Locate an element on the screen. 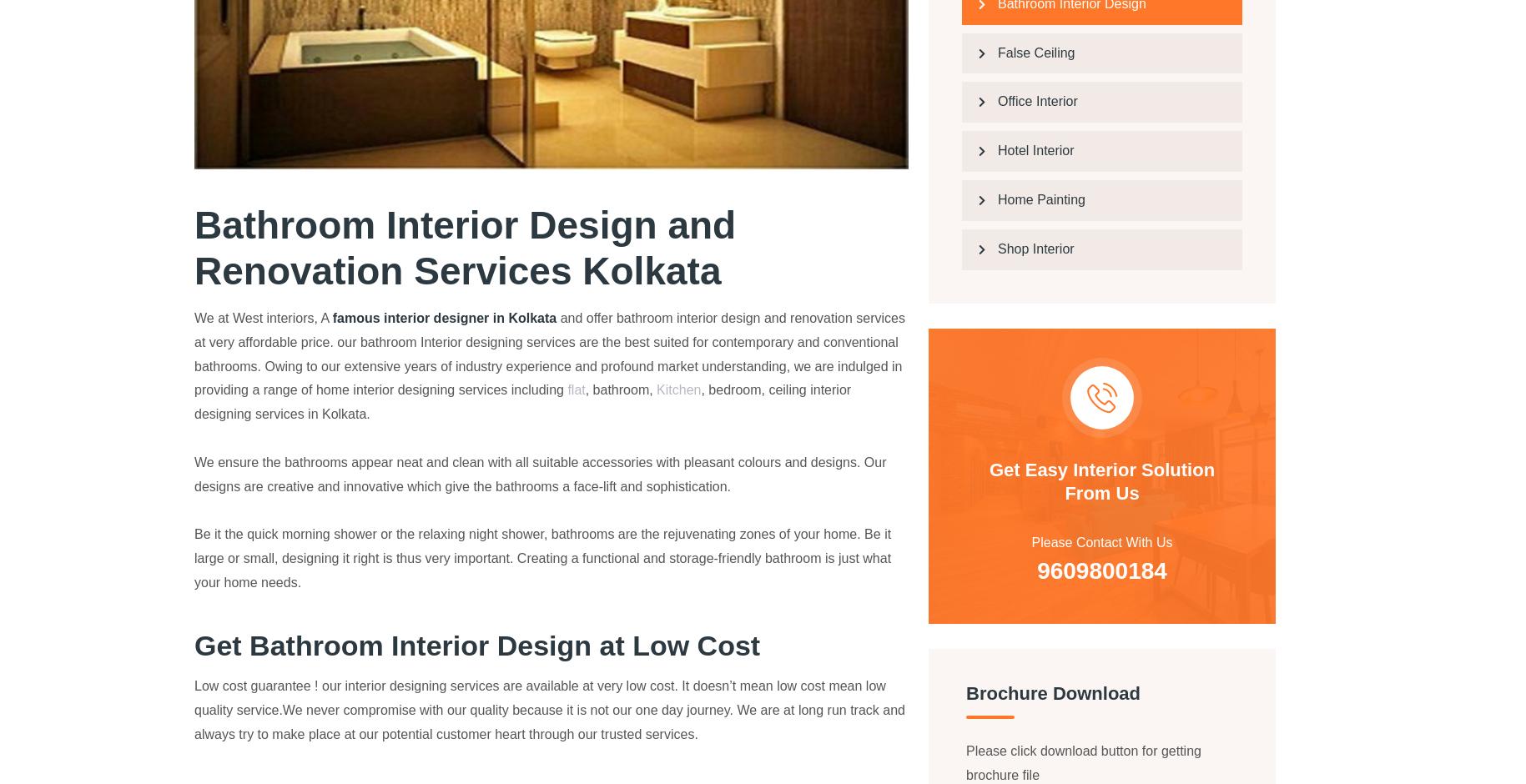  '5' is located at coordinates (384, 38).